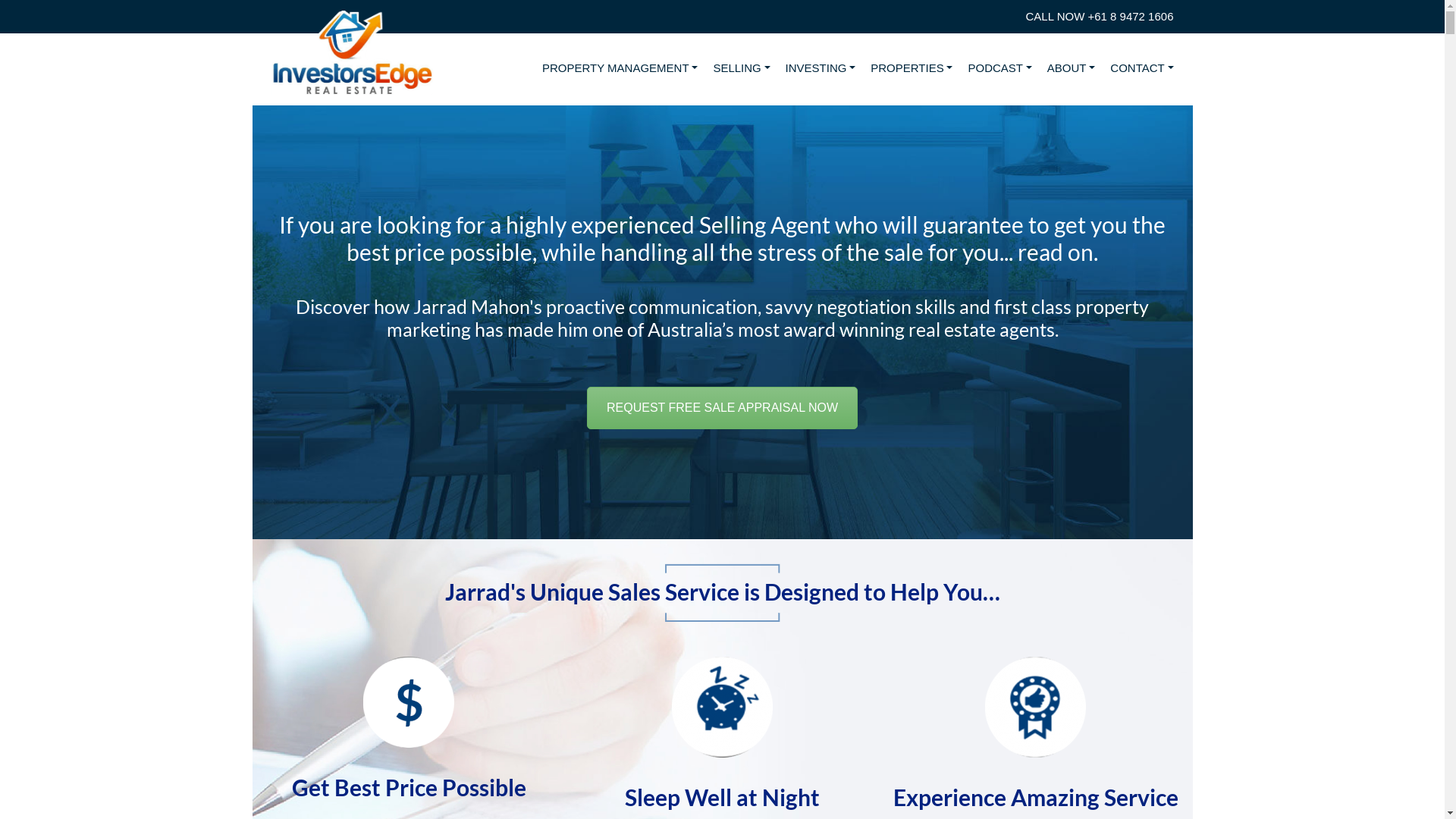 Image resolution: width=1456 pixels, height=819 pixels. I want to click on 'clock-icon', so click(721, 707).